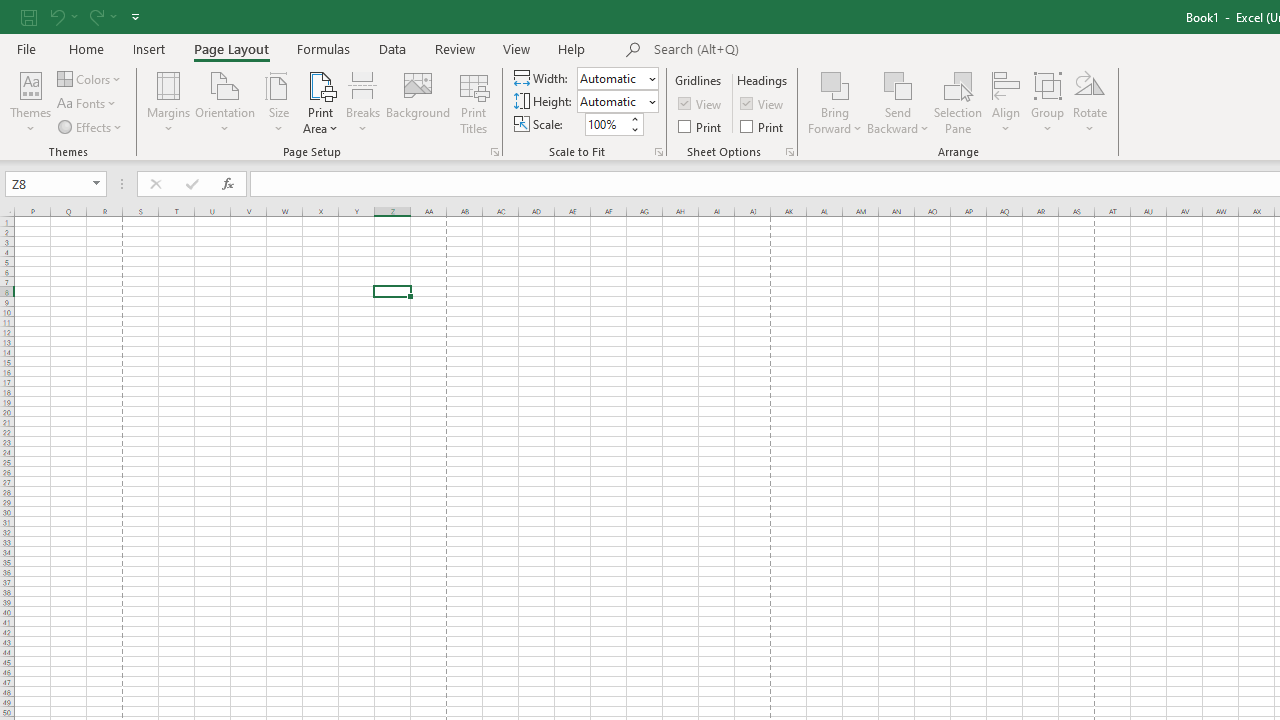 The width and height of the screenshot is (1280, 720). I want to click on 'Themes', so click(30, 103).